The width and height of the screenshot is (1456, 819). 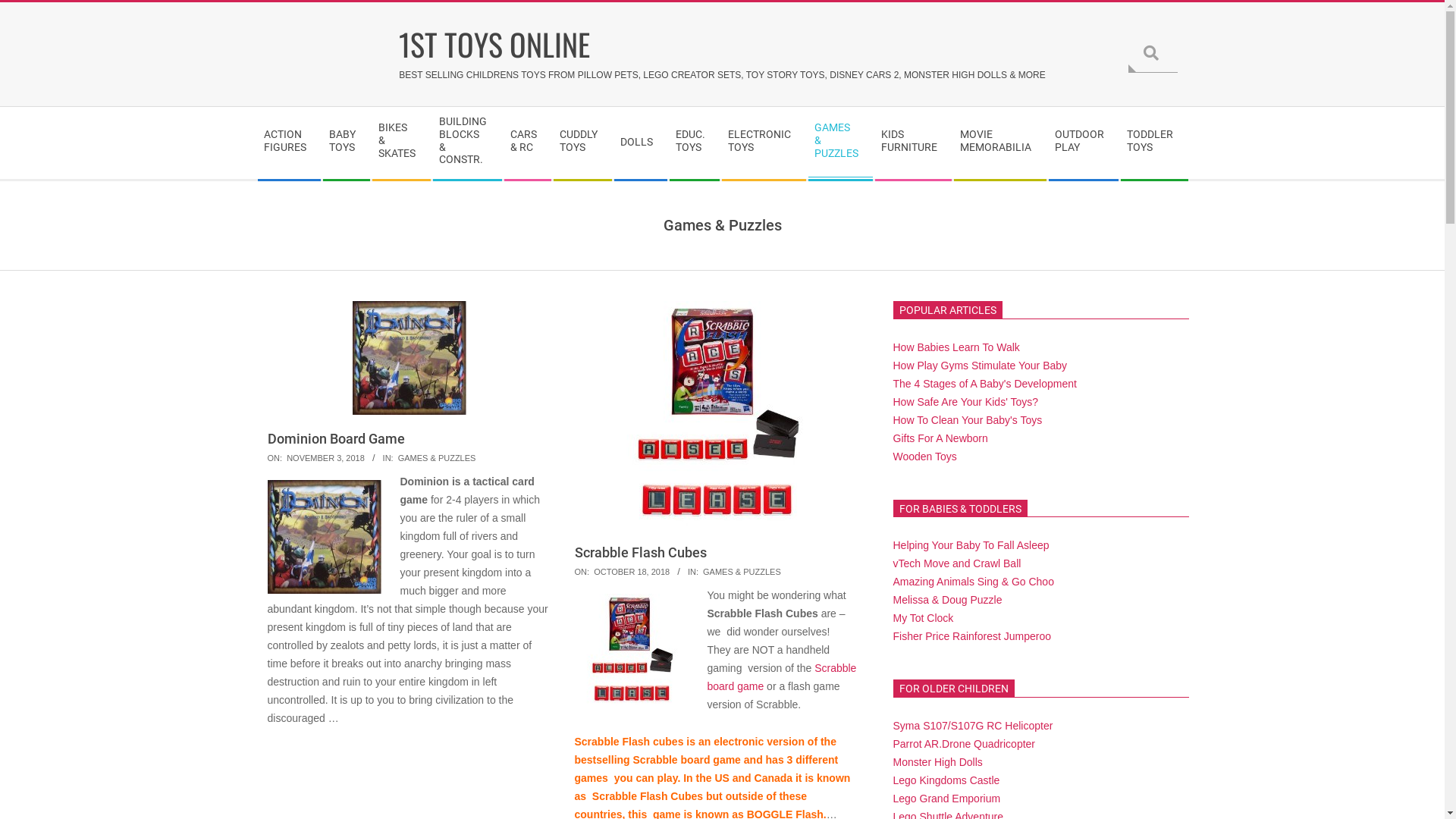 What do you see at coordinates (640, 143) in the screenshot?
I see `'DOLLS'` at bounding box center [640, 143].